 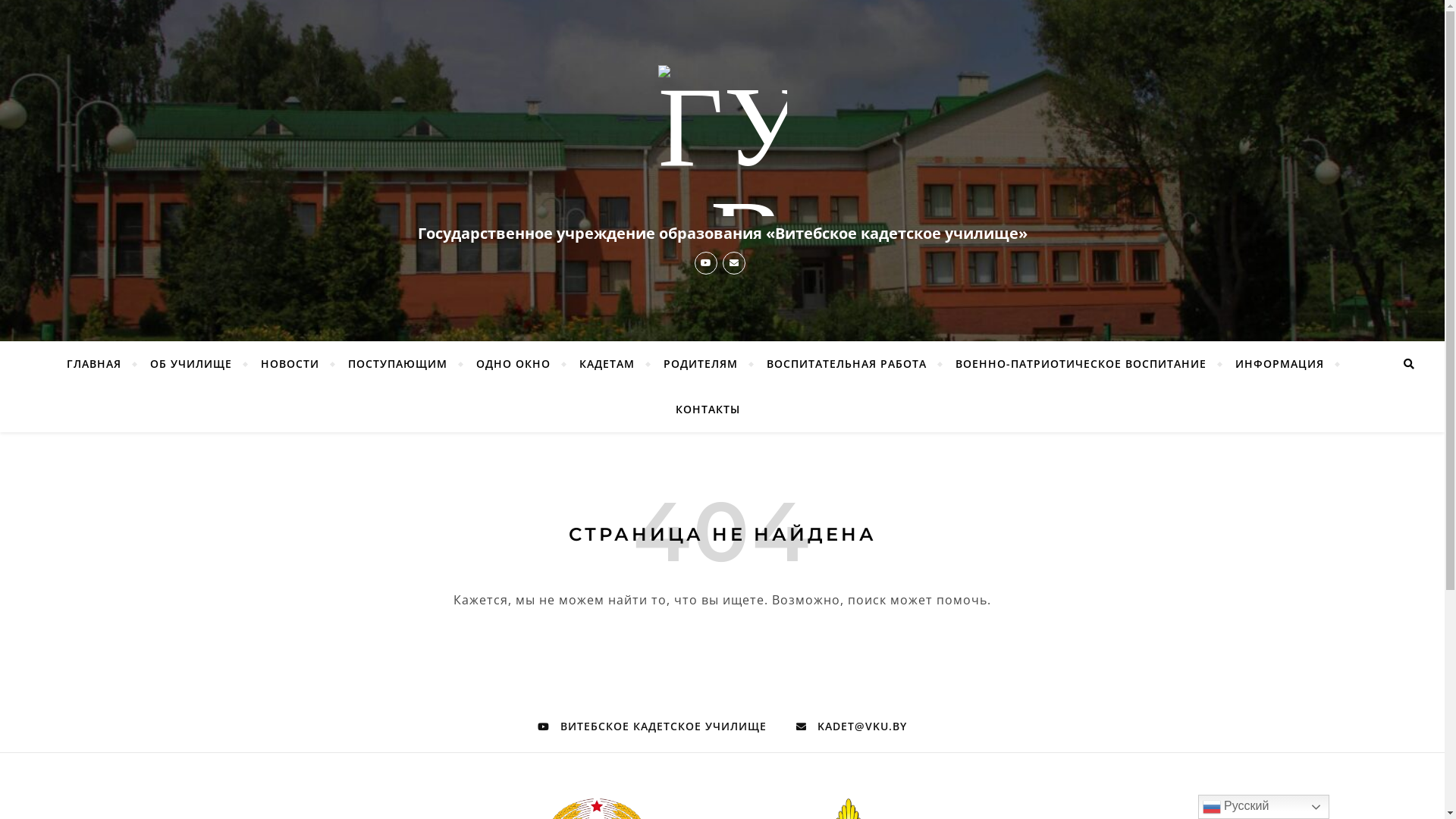 What do you see at coordinates (852, 725) in the screenshot?
I see `'KADET@VKU.BY'` at bounding box center [852, 725].